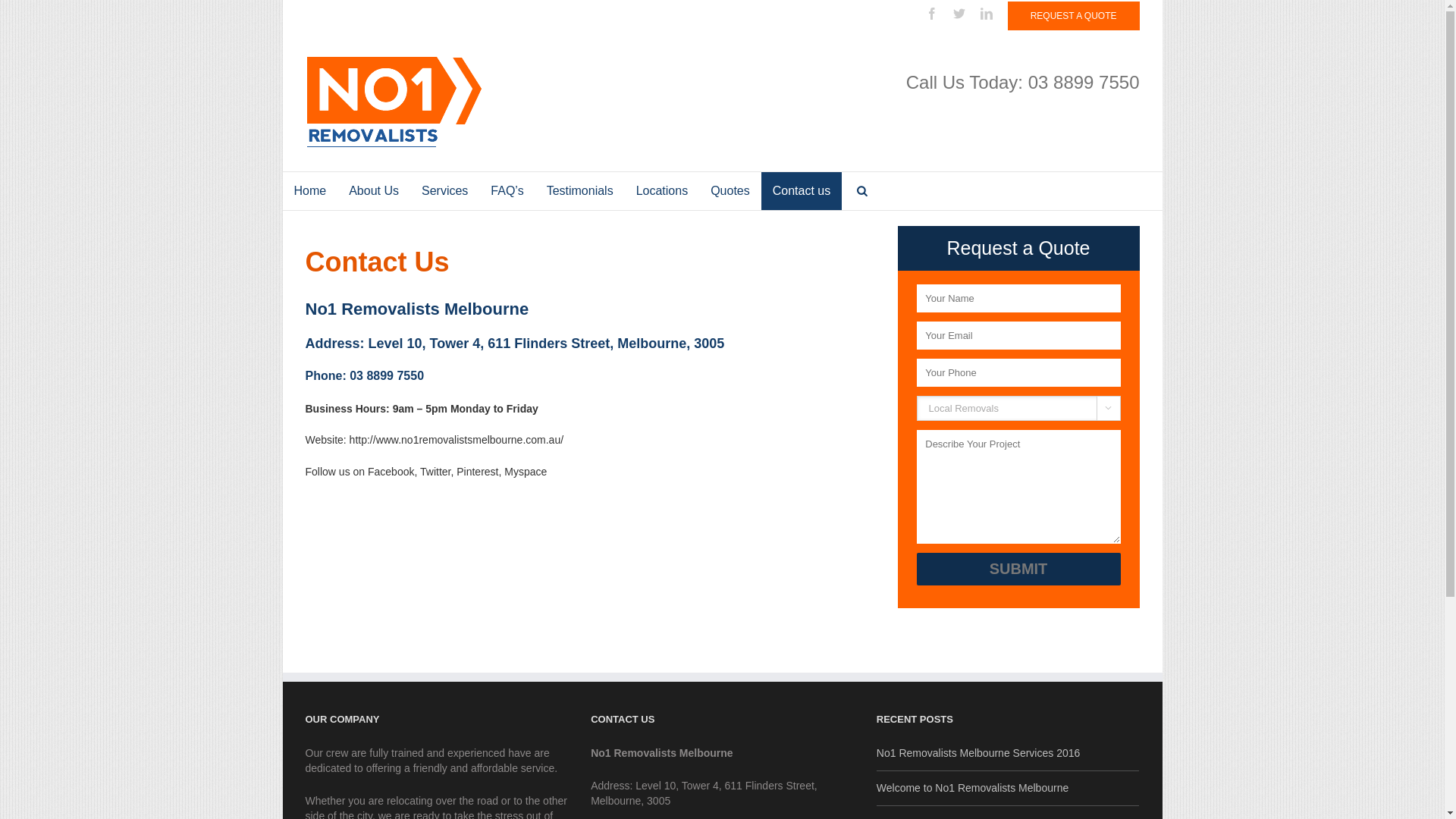 This screenshot has height=819, width=1456. I want to click on 'Services', so click(444, 190).